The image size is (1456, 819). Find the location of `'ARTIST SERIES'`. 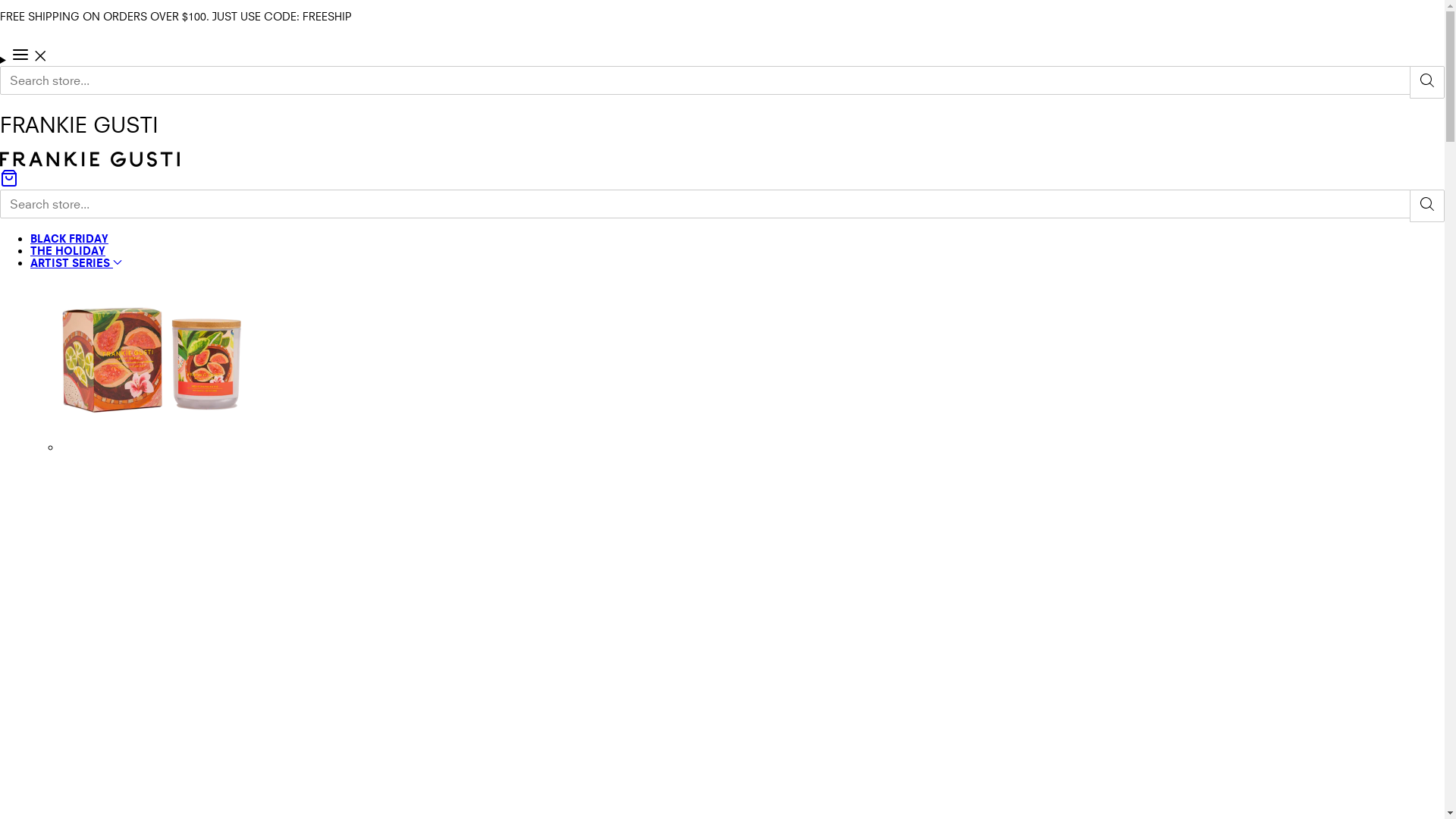

'ARTIST SERIES' is located at coordinates (75, 262).